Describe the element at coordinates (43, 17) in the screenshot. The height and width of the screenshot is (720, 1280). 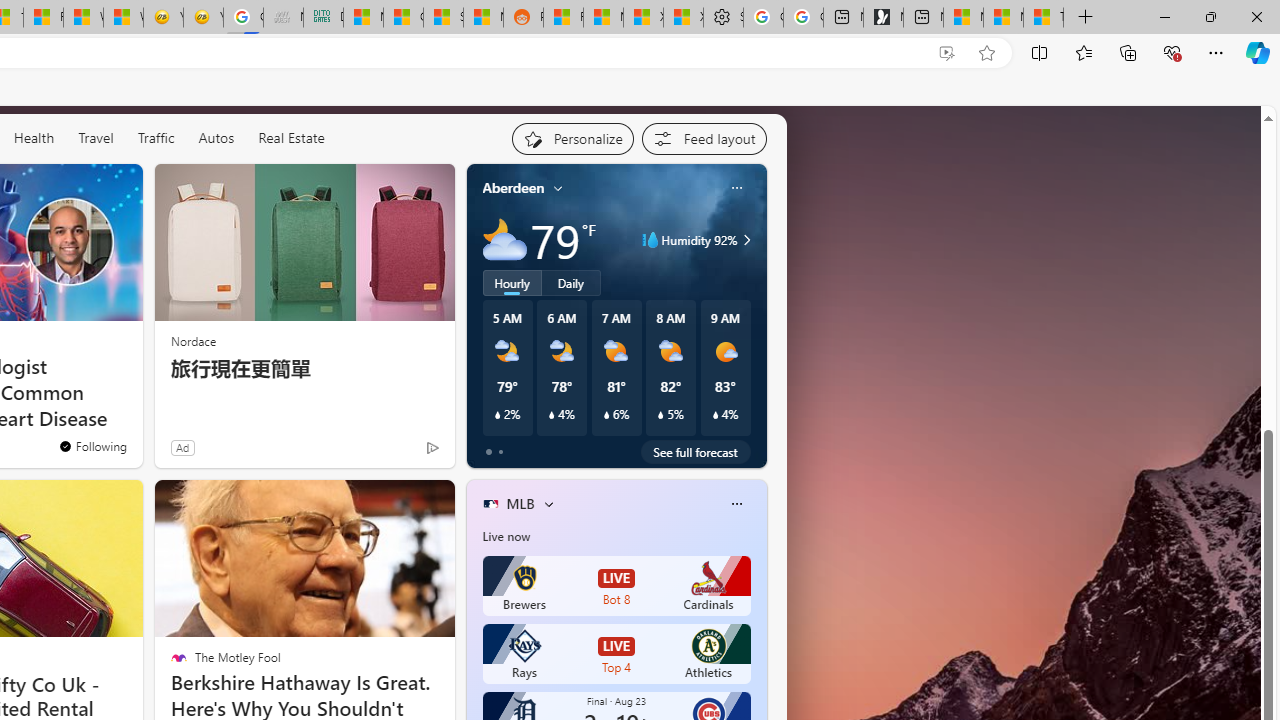
I see `'Fitness - MSN'` at that location.